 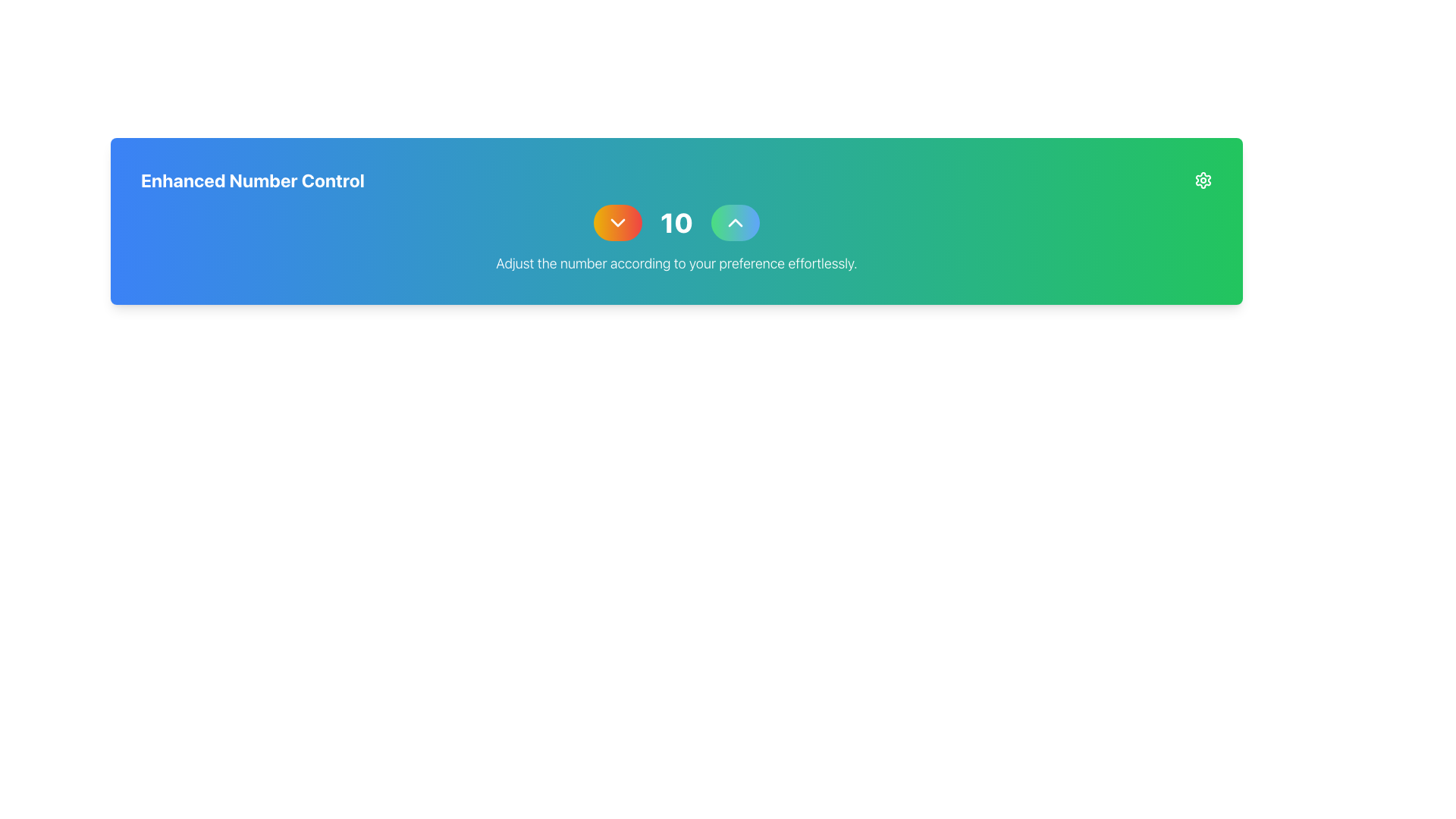 I want to click on the upward-pointing chevron icon styled in a white outline with rounded ends, located in the top right corner of the interface, to interact, so click(x=735, y=222).